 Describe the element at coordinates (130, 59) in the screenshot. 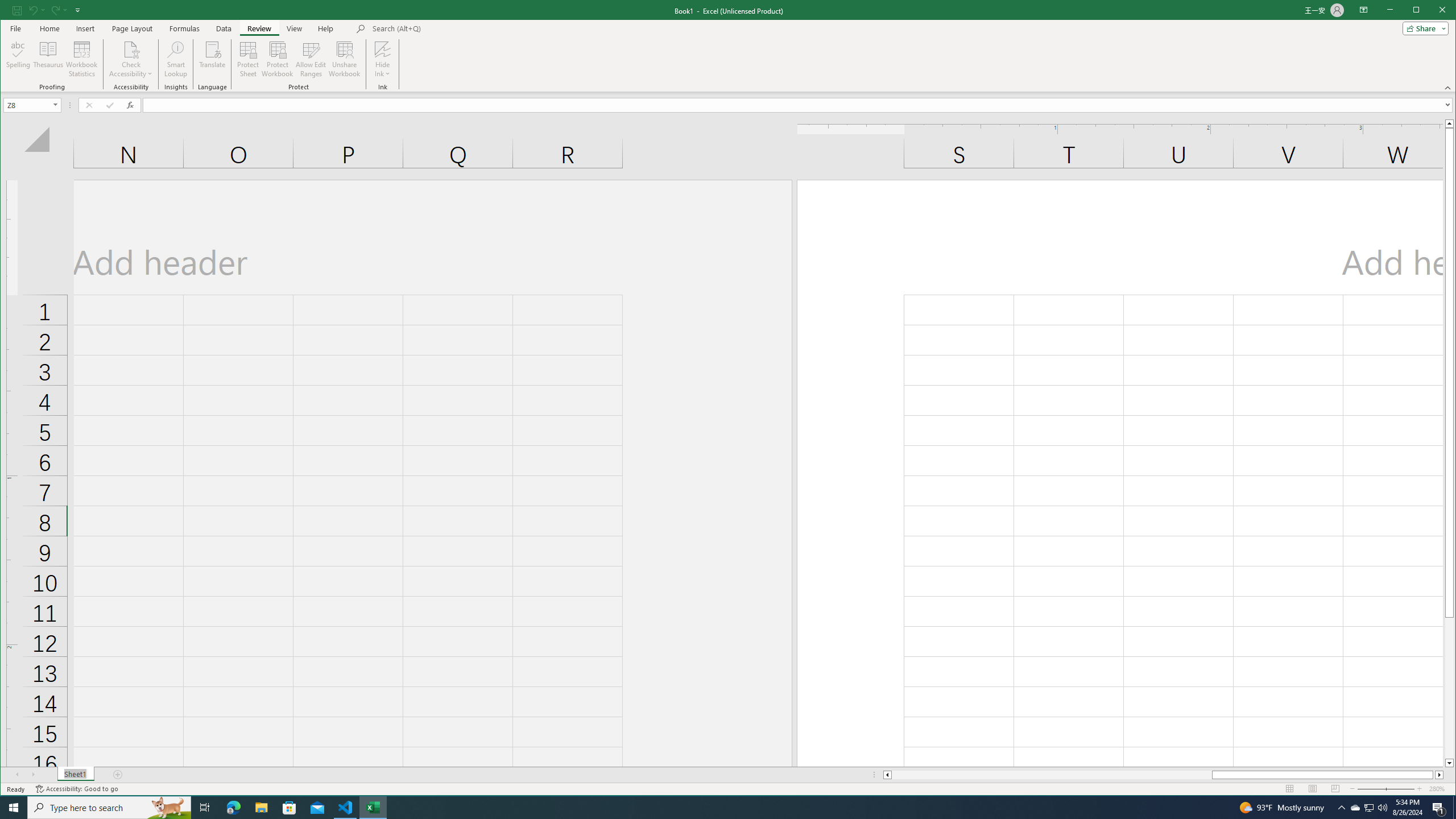

I see `'Check Accessibility'` at that location.